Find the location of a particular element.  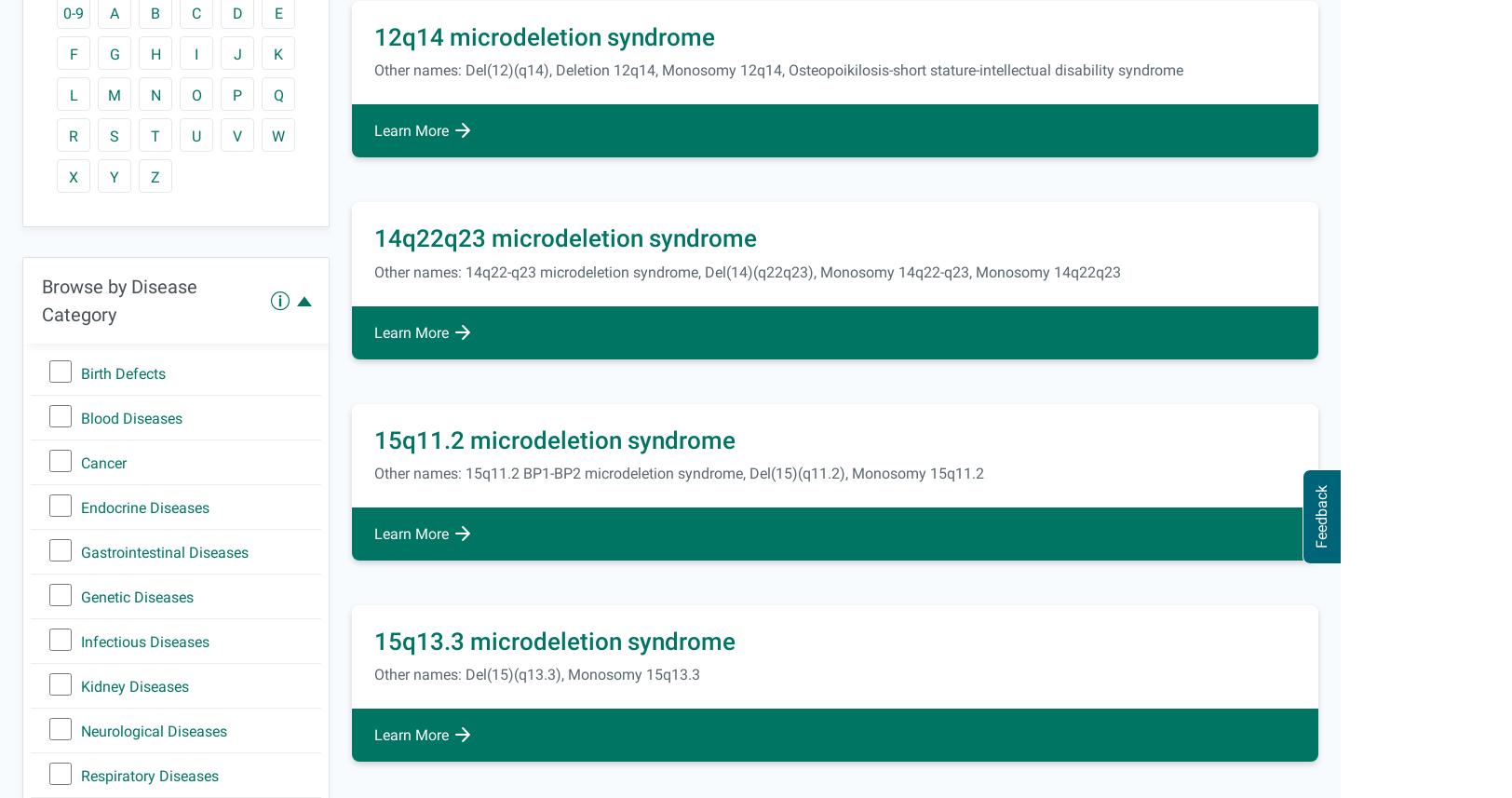

'O' is located at coordinates (196, 95).